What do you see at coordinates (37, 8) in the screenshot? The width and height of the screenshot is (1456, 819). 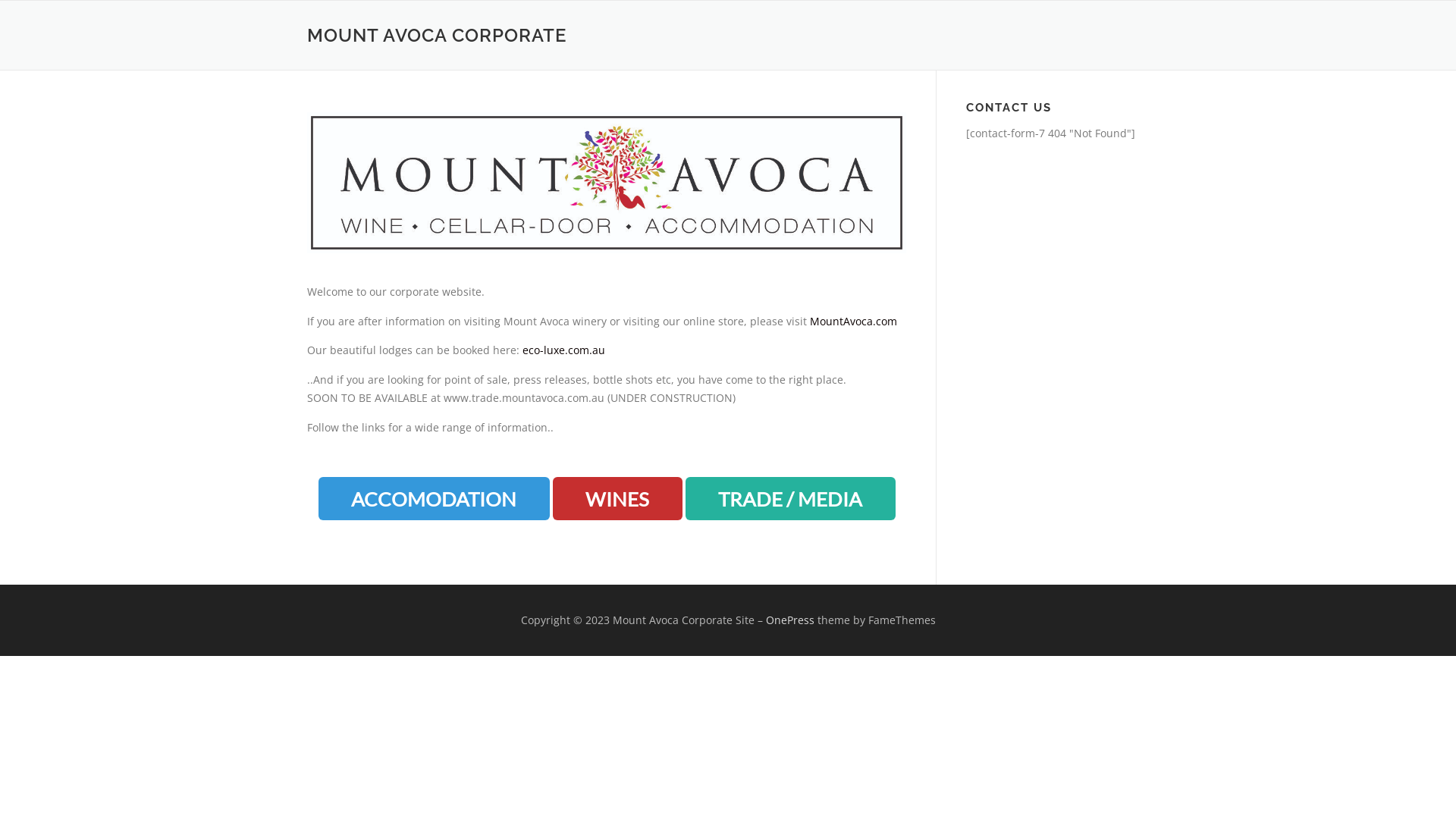 I see `'Skip to content'` at bounding box center [37, 8].